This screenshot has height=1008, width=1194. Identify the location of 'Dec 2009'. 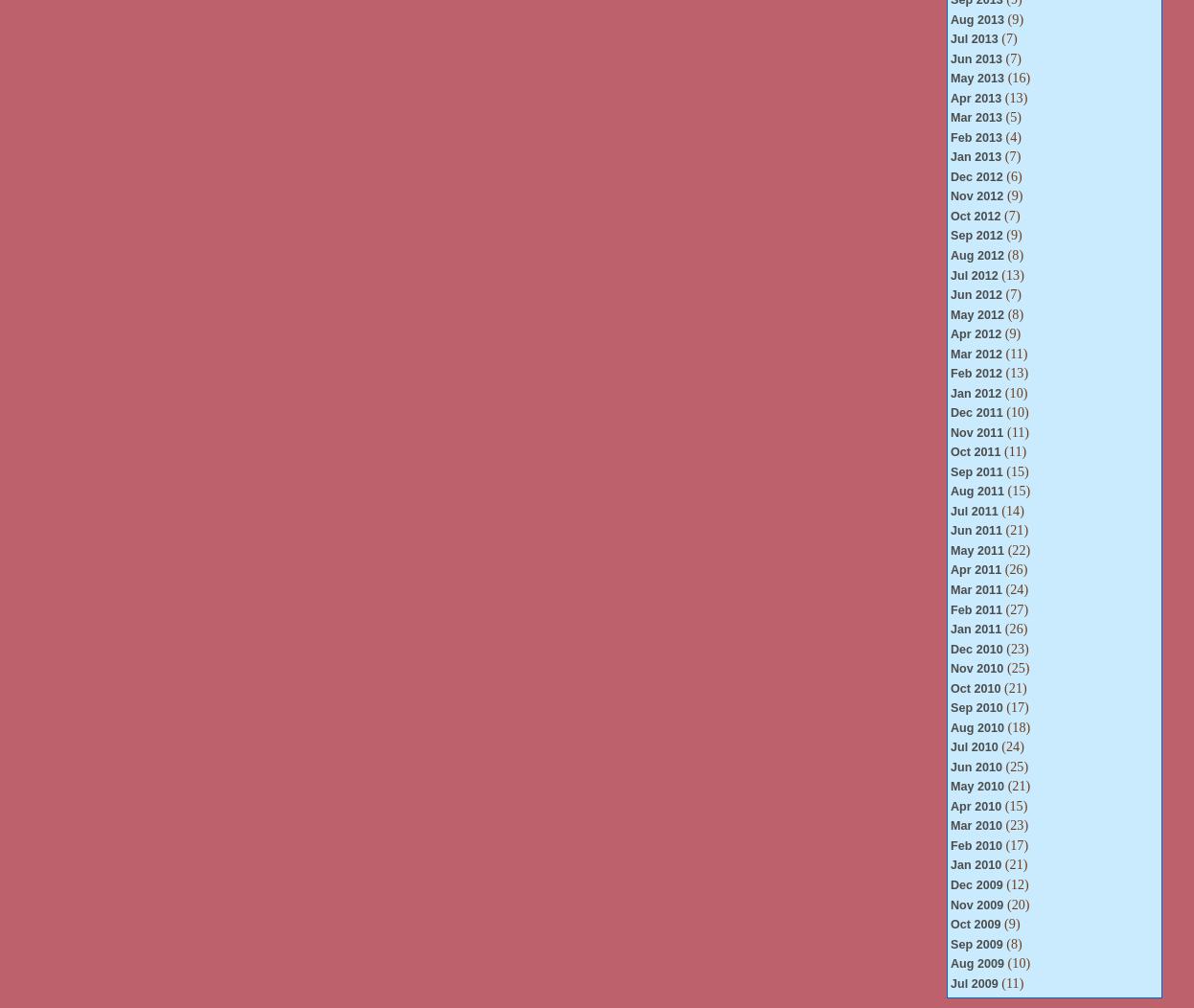
(975, 883).